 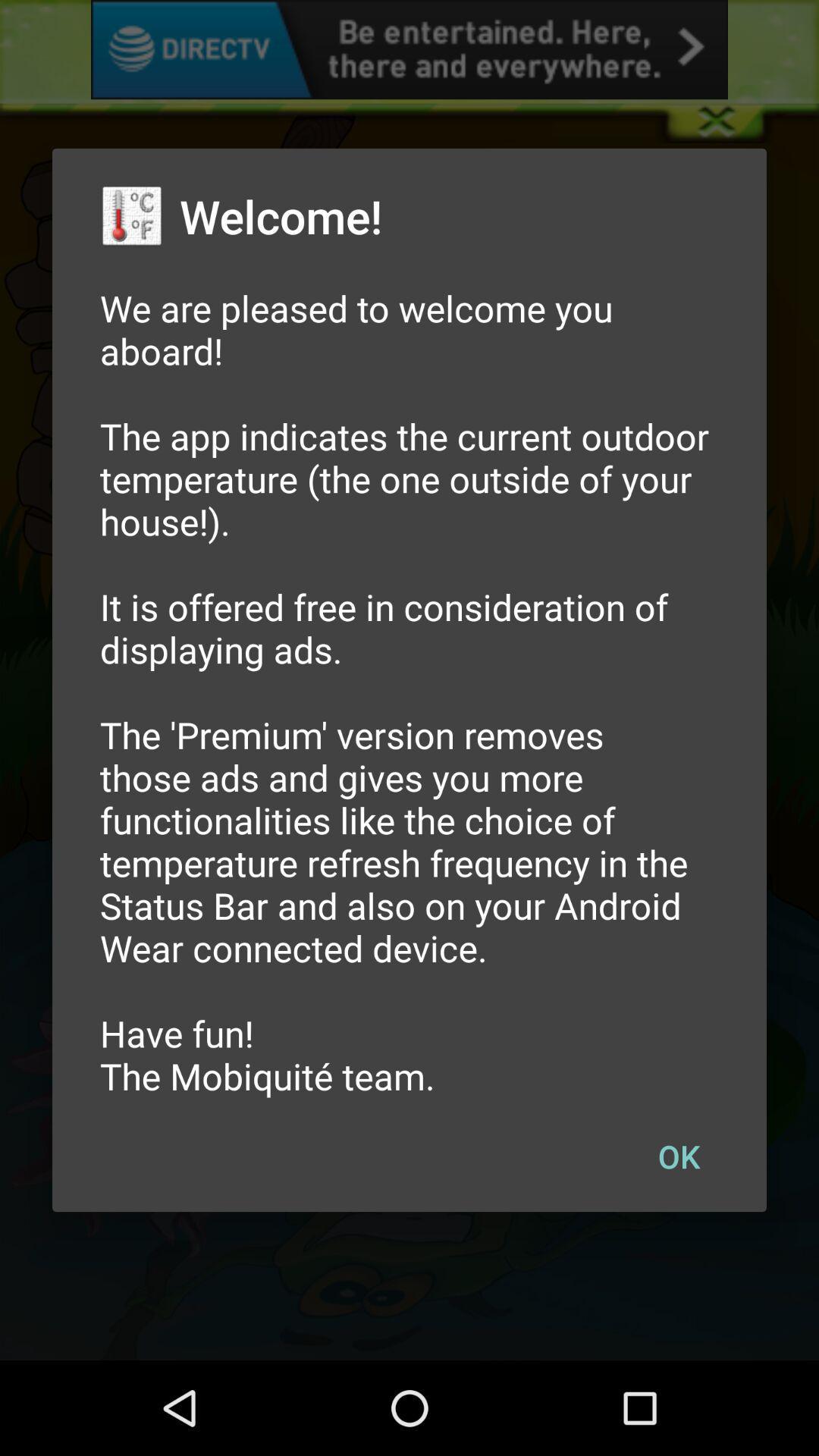 What do you see at coordinates (678, 1155) in the screenshot?
I see `ok` at bounding box center [678, 1155].